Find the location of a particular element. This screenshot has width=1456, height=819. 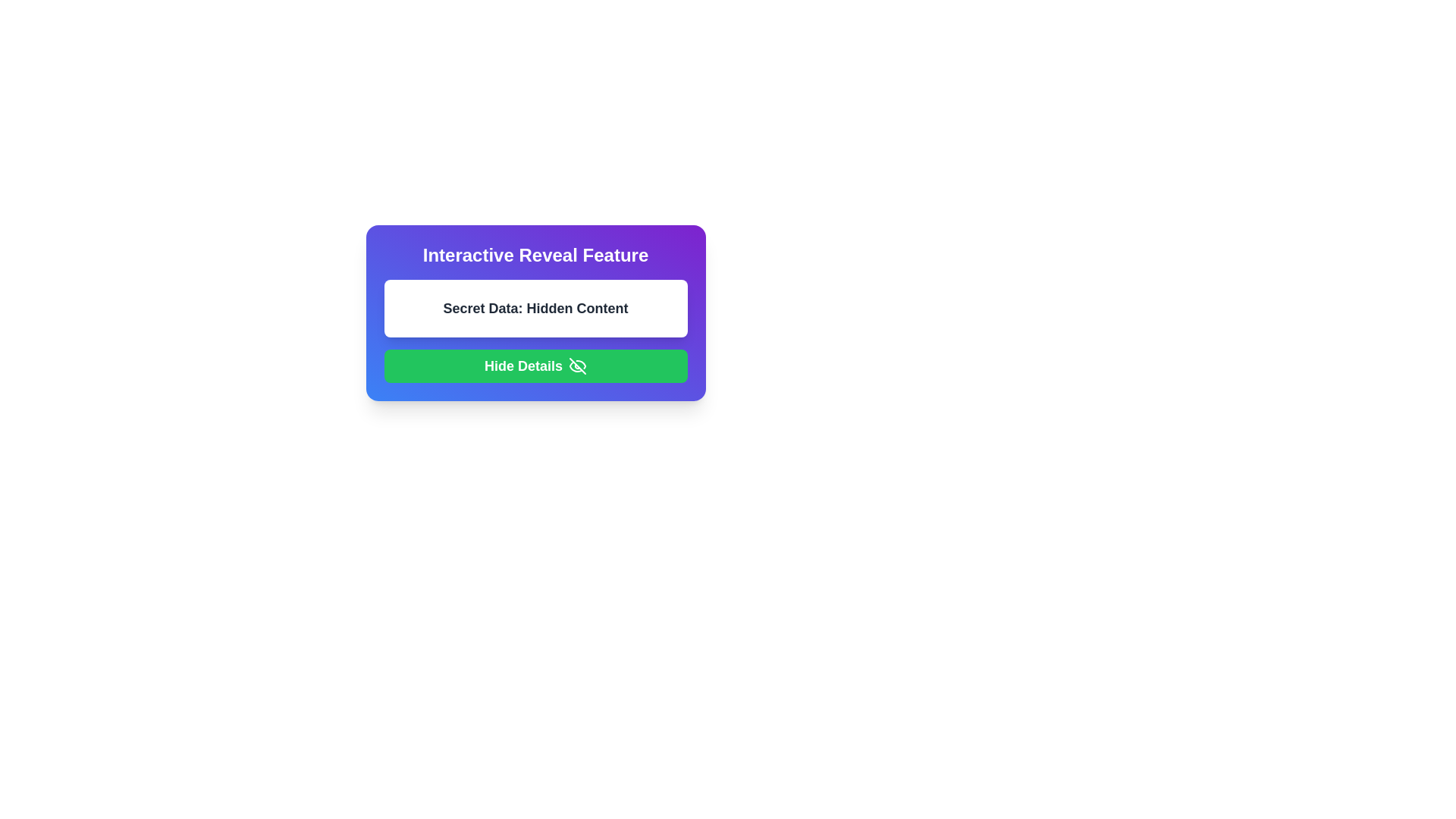

the 'Hide Details' label, which is displayed in bold white font within a green button at the bottom of the visible card is located at coordinates (523, 366).